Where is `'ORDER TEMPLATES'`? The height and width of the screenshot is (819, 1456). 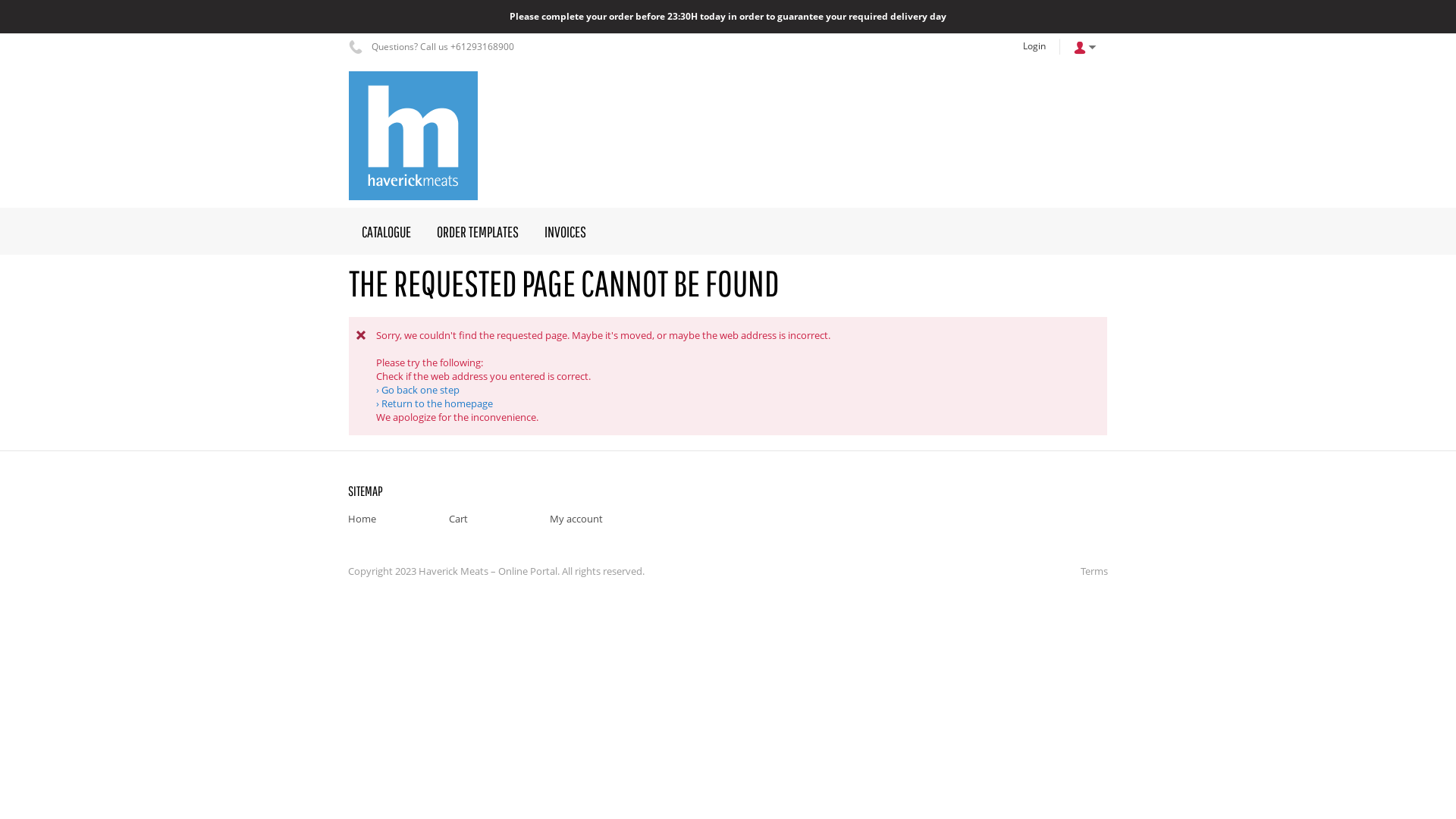 'ORDER TEMPLATES' is located at coordinates (476, 231).